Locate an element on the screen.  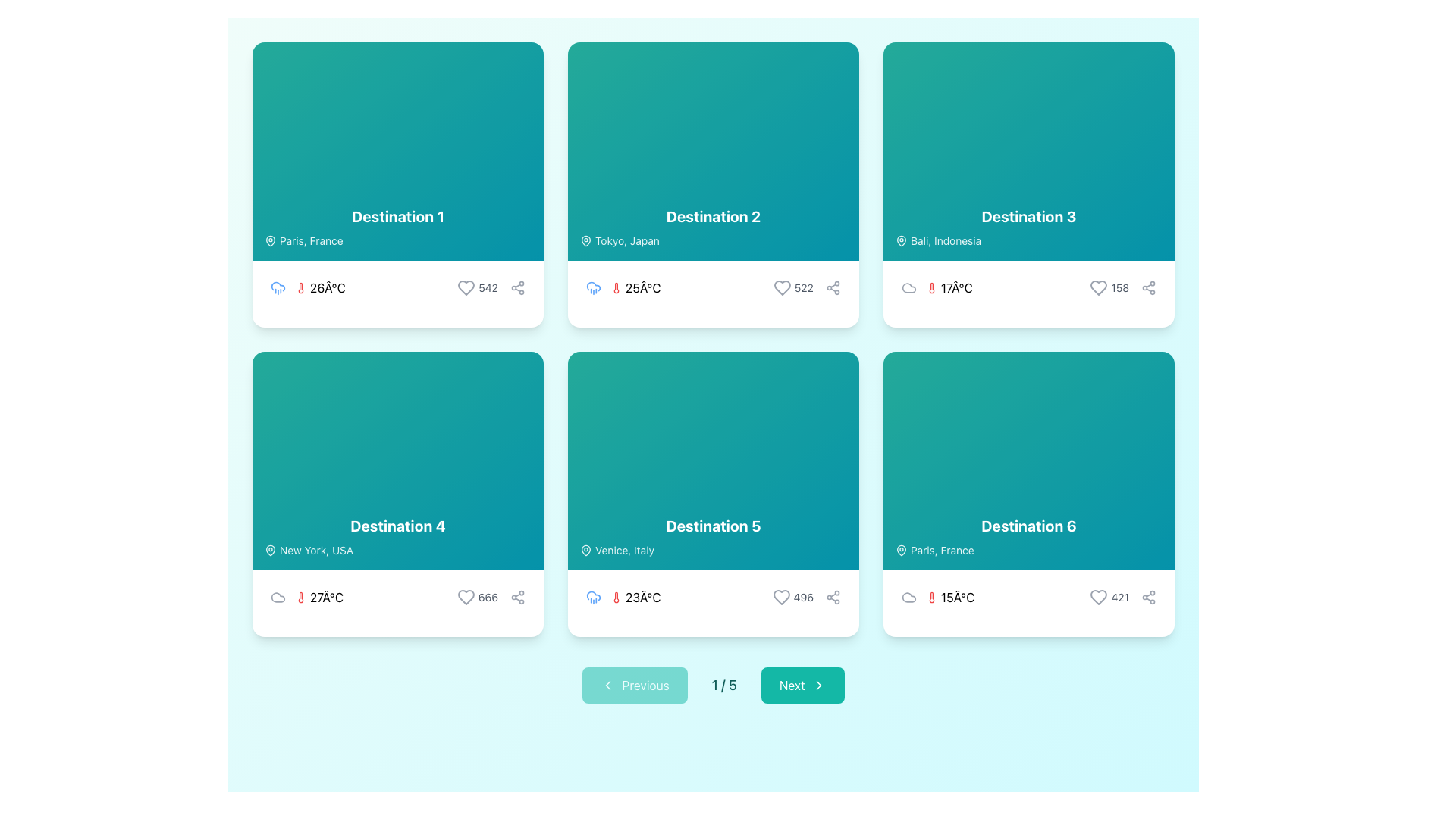
text displayed on the 'Destination 4' label, which is in a bold white font on a teal background, located in the bottom-left quadrant of the interface is located at coordinates (397, 526).